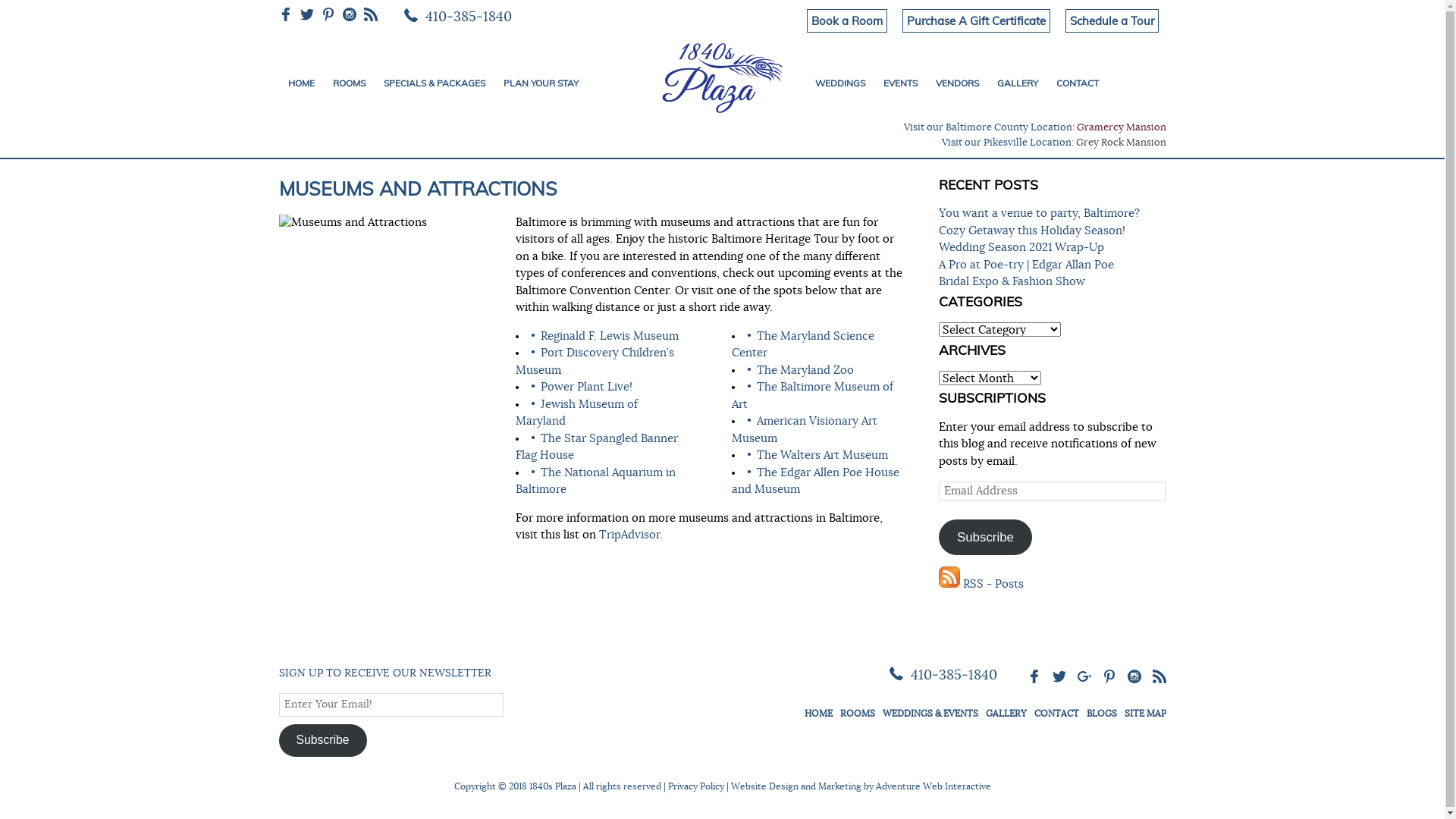 The image size is (1456, 819). Describe the element at coordinates (721, 75) in the screenshot. I see `'1840s Plaza'` at that location.